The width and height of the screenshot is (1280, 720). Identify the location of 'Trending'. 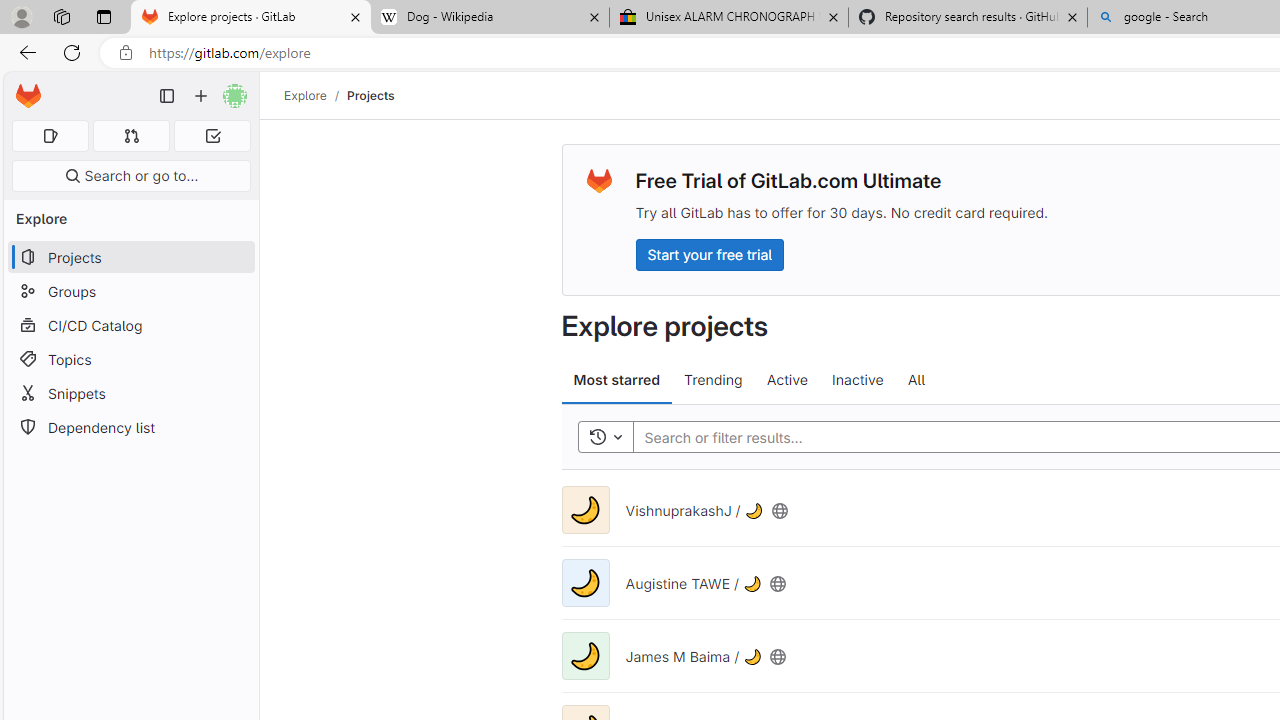
(713, 380).